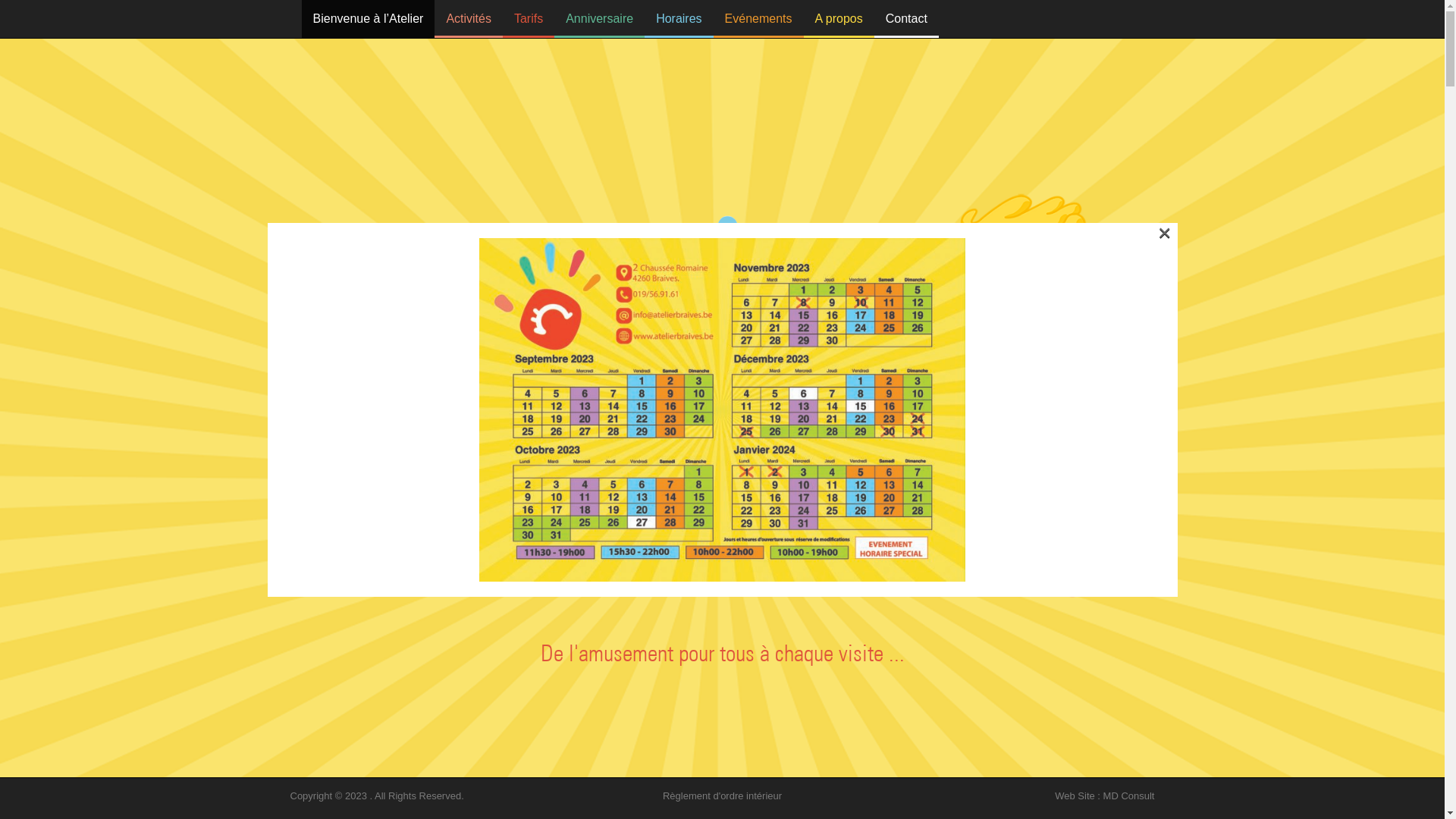 This screenshot has width=1456, height=819. What do you see at coordinates (598, 18) in the screenshot?
I see `'Anniversaire'` at bounding box center [598, 18].